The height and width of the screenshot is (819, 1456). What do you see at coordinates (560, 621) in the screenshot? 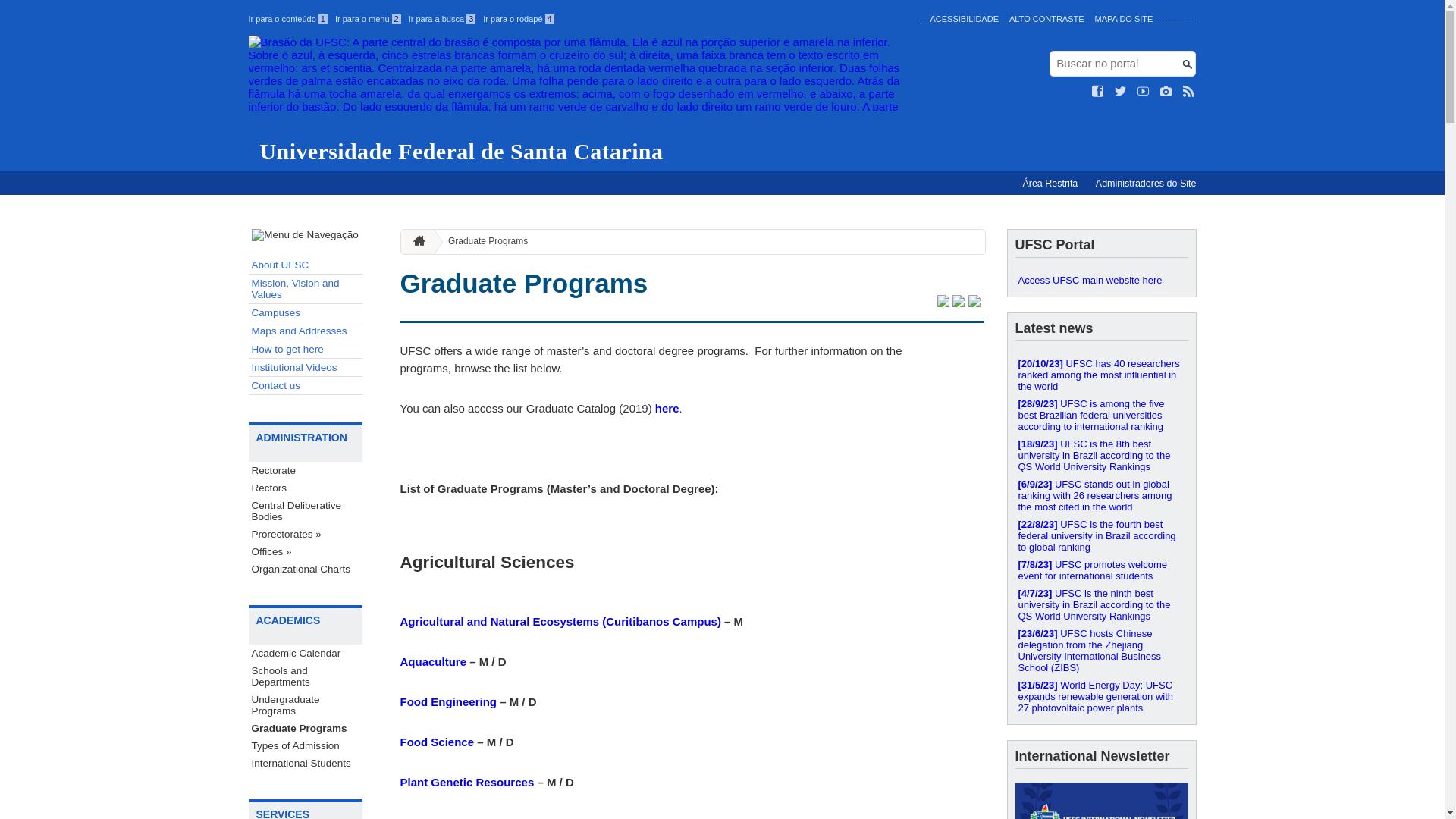
I see `'Agricultural and Natural Ecosystems (Curitibanos Campus)'` at bounding box center [560, 621].